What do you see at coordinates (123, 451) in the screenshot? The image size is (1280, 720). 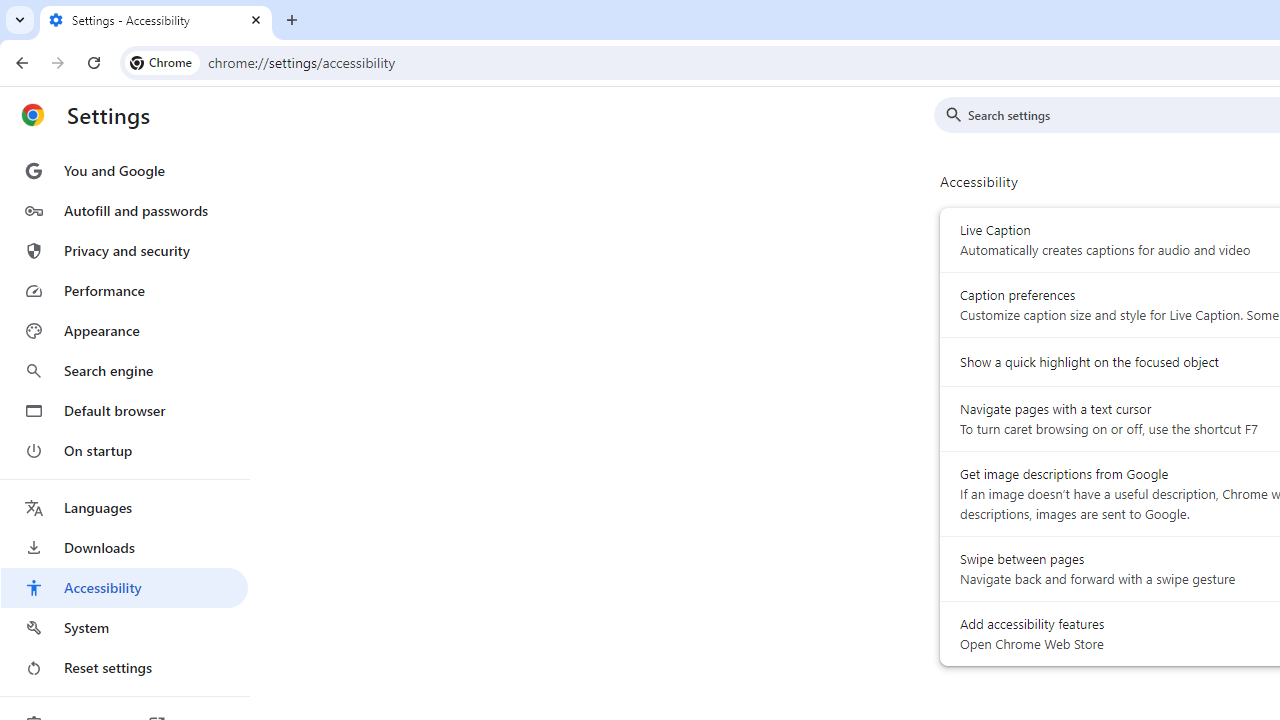 I see `'On startup'` at bounding box center [123, 451].